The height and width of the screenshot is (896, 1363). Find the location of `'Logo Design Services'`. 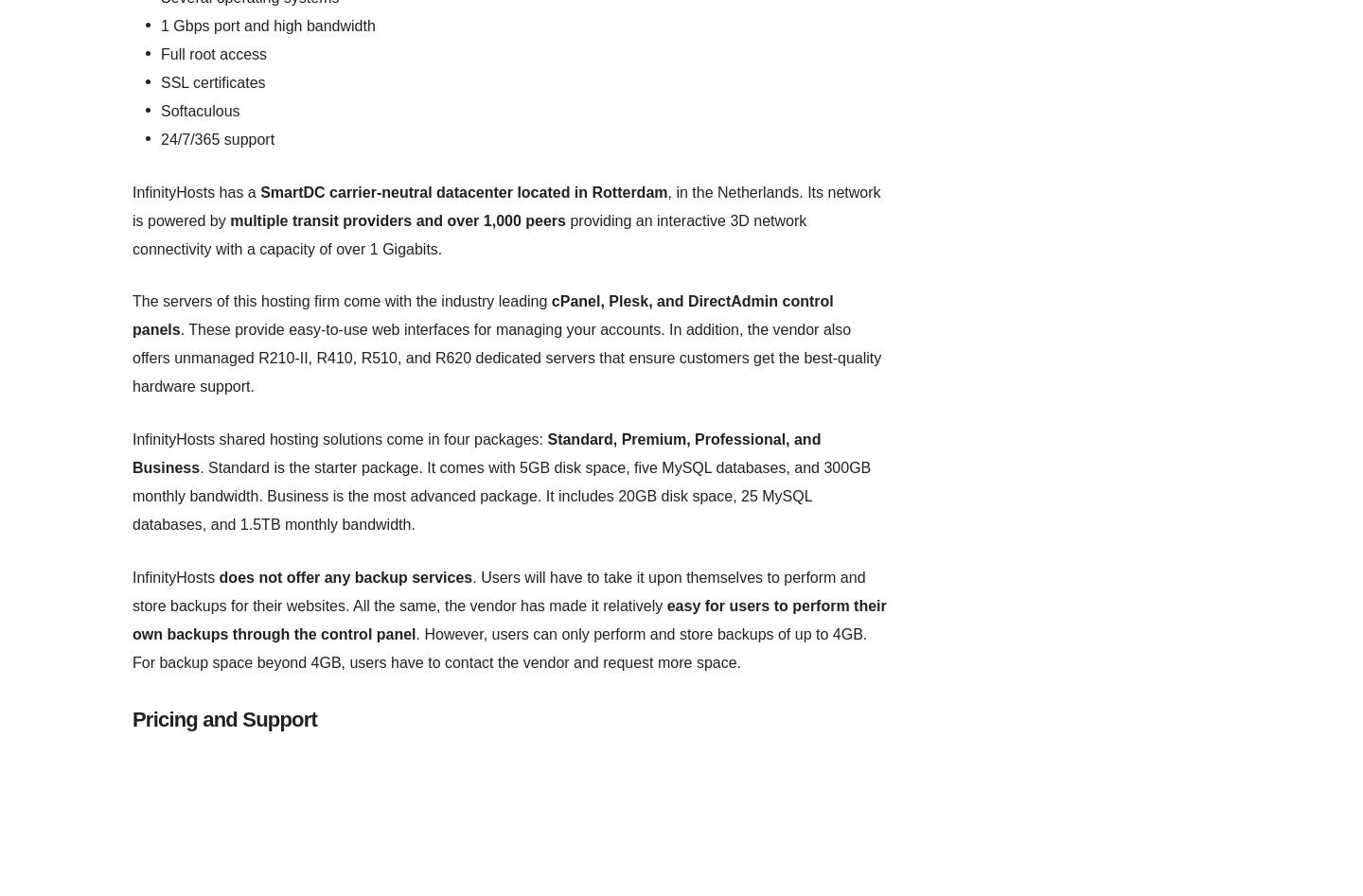

'Logo Design Services' is located at coordinates (191, 44).